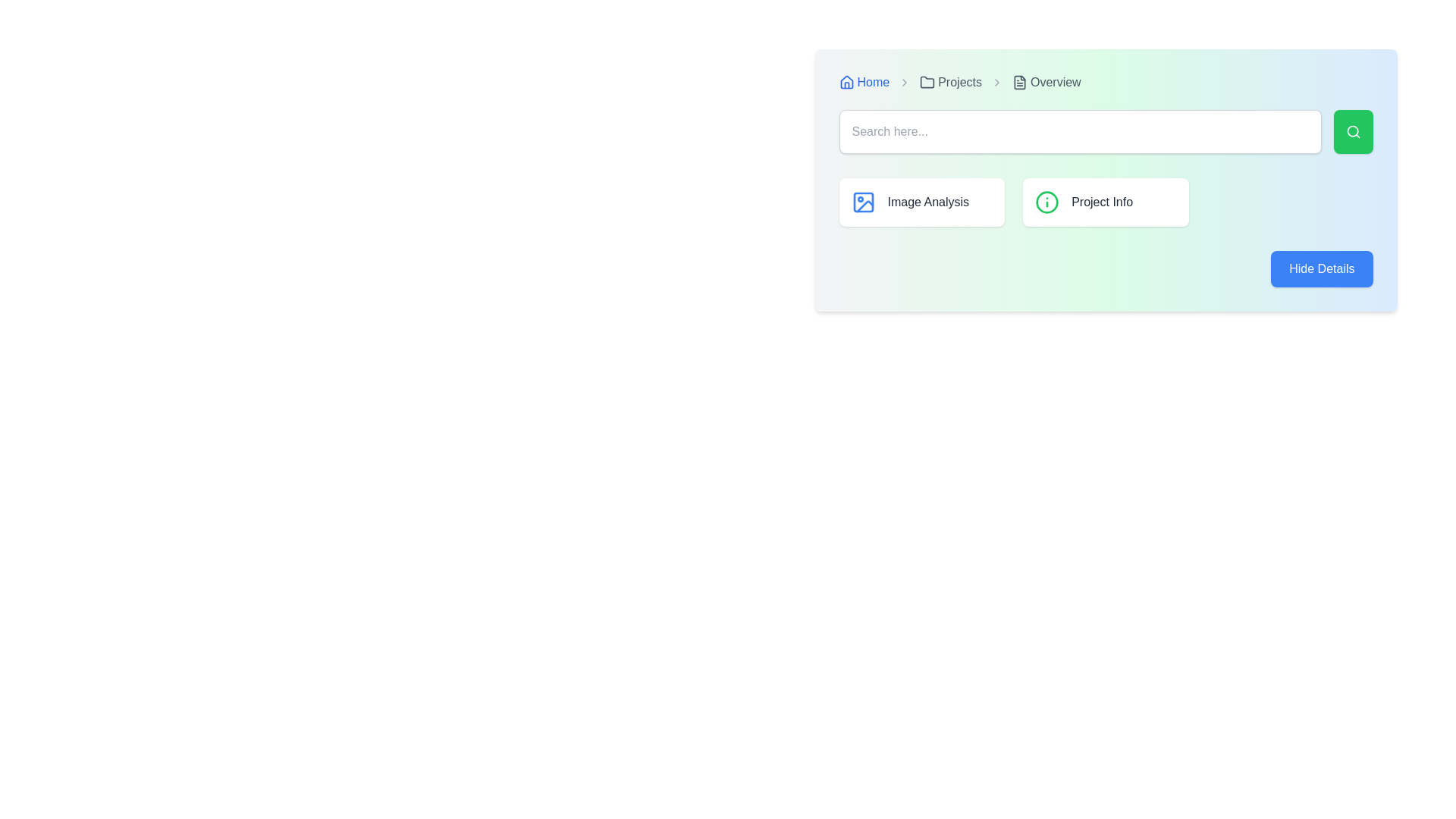 This screenshot has width=1456, height=819. What do you see at coordinates (846, 82) in the screenshot?
I see `the blue outlined house icon next to the 'Home' text in the breadcrumb navigation bar` at bounding box center [846, 82].